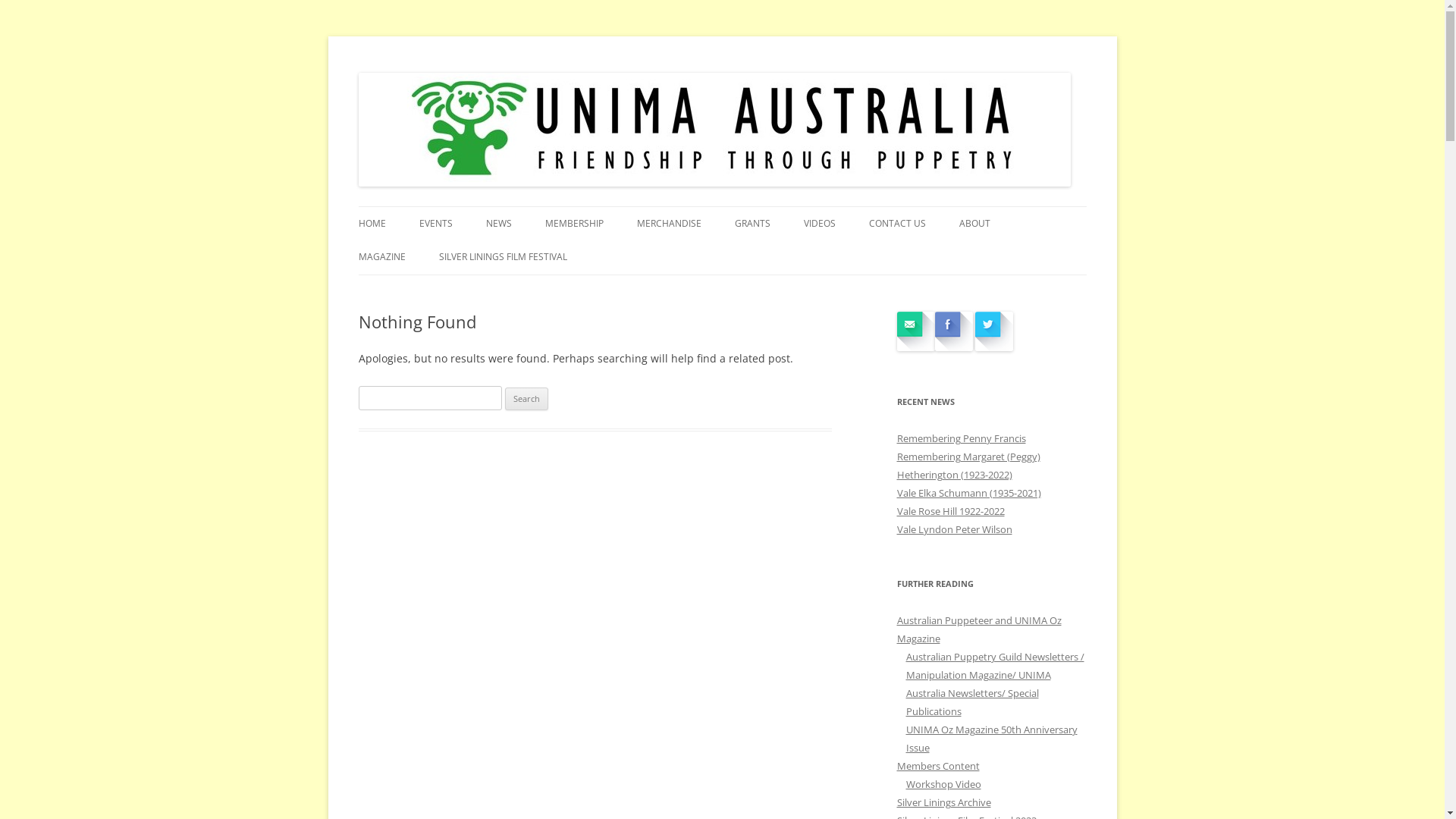 Image resolution: width=1456 pixels, height=819 pixels. Describe the element at coordinates (978, 629) in the screenshot. I see `'Australian Puppeteer and UNIMA Oz Magazine'` at that location.